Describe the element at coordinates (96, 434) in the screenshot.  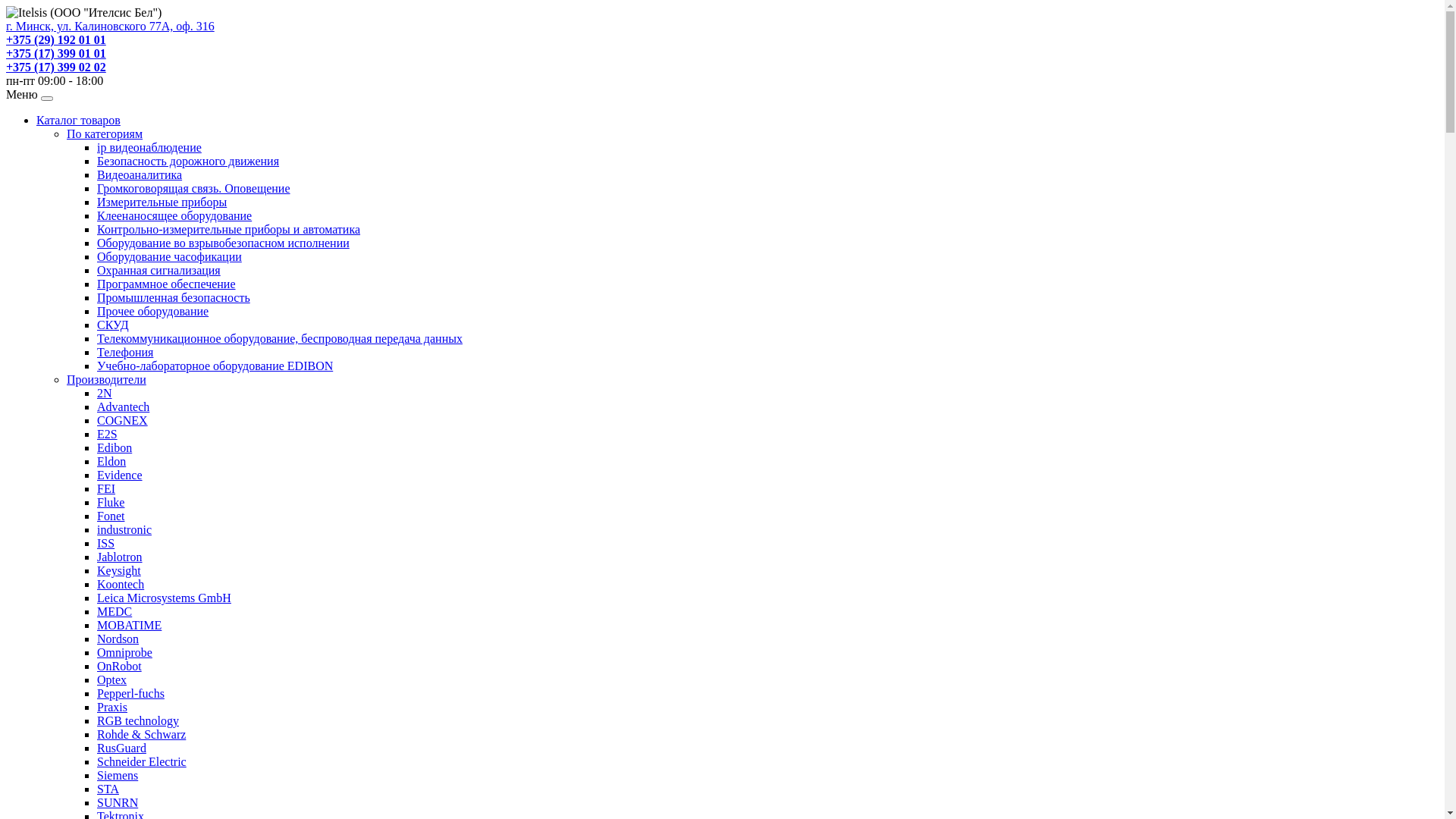
I see `'E2S'` at that location.